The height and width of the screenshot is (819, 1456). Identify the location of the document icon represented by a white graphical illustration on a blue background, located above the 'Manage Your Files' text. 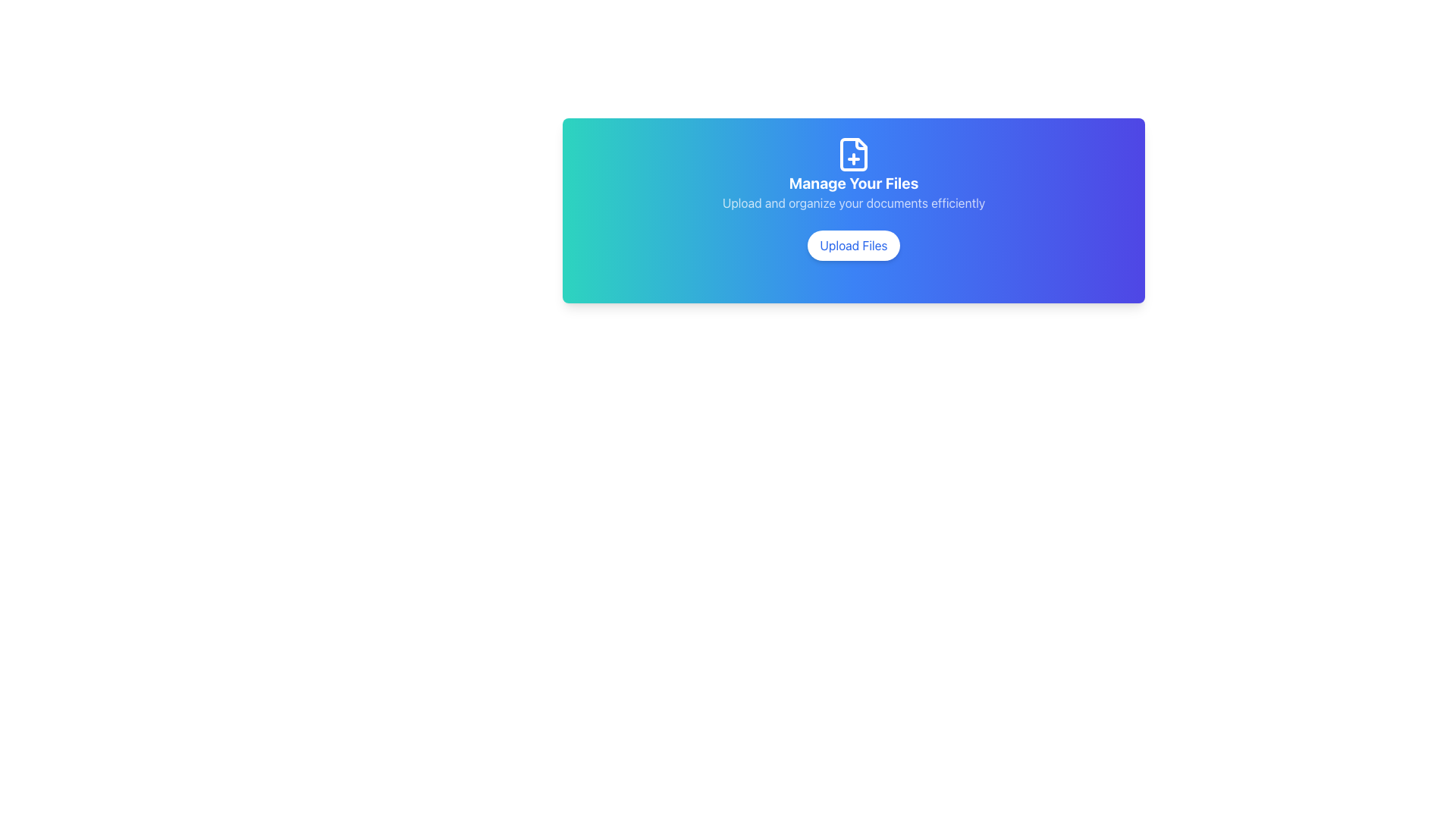
(854, 155).